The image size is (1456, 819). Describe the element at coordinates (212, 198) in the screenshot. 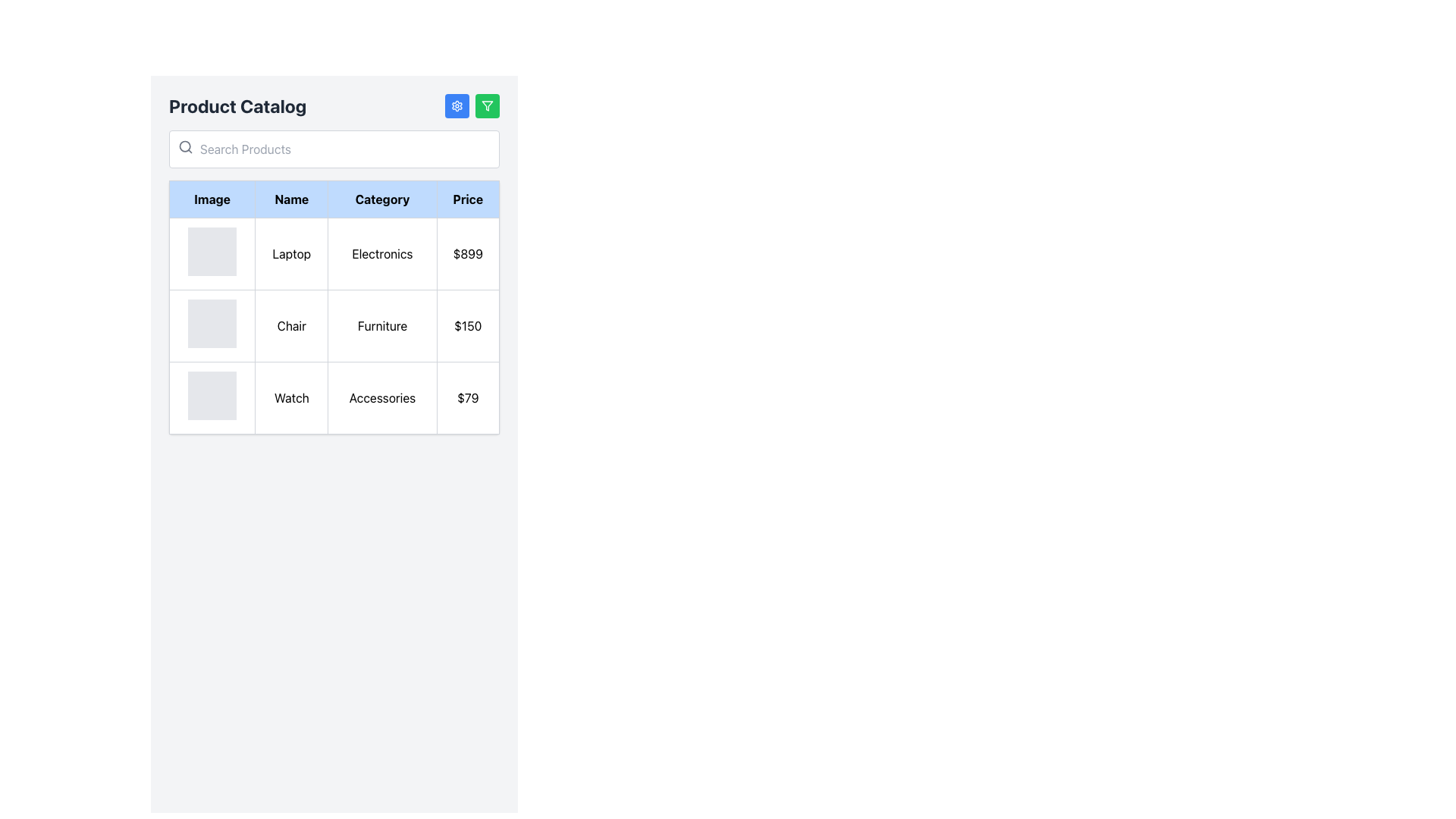

I see `the table header cell labeled 'Image' which has a light blue background and black text` at that location.